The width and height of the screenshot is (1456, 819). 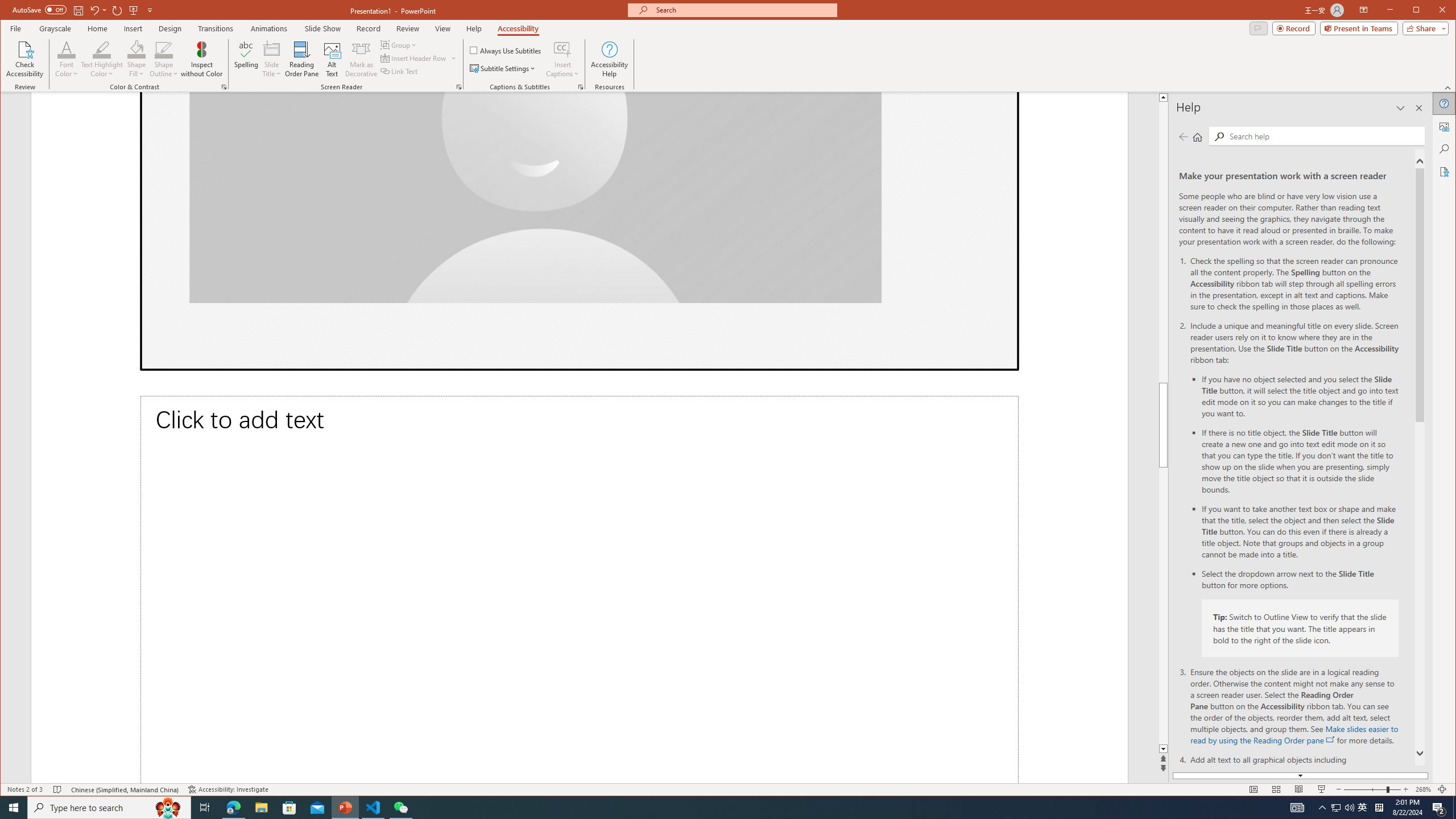 What do you see at coordinates (609, 59) in the screenshot?
I see `'Accessibility Help'` at bounding box center [609, 59].